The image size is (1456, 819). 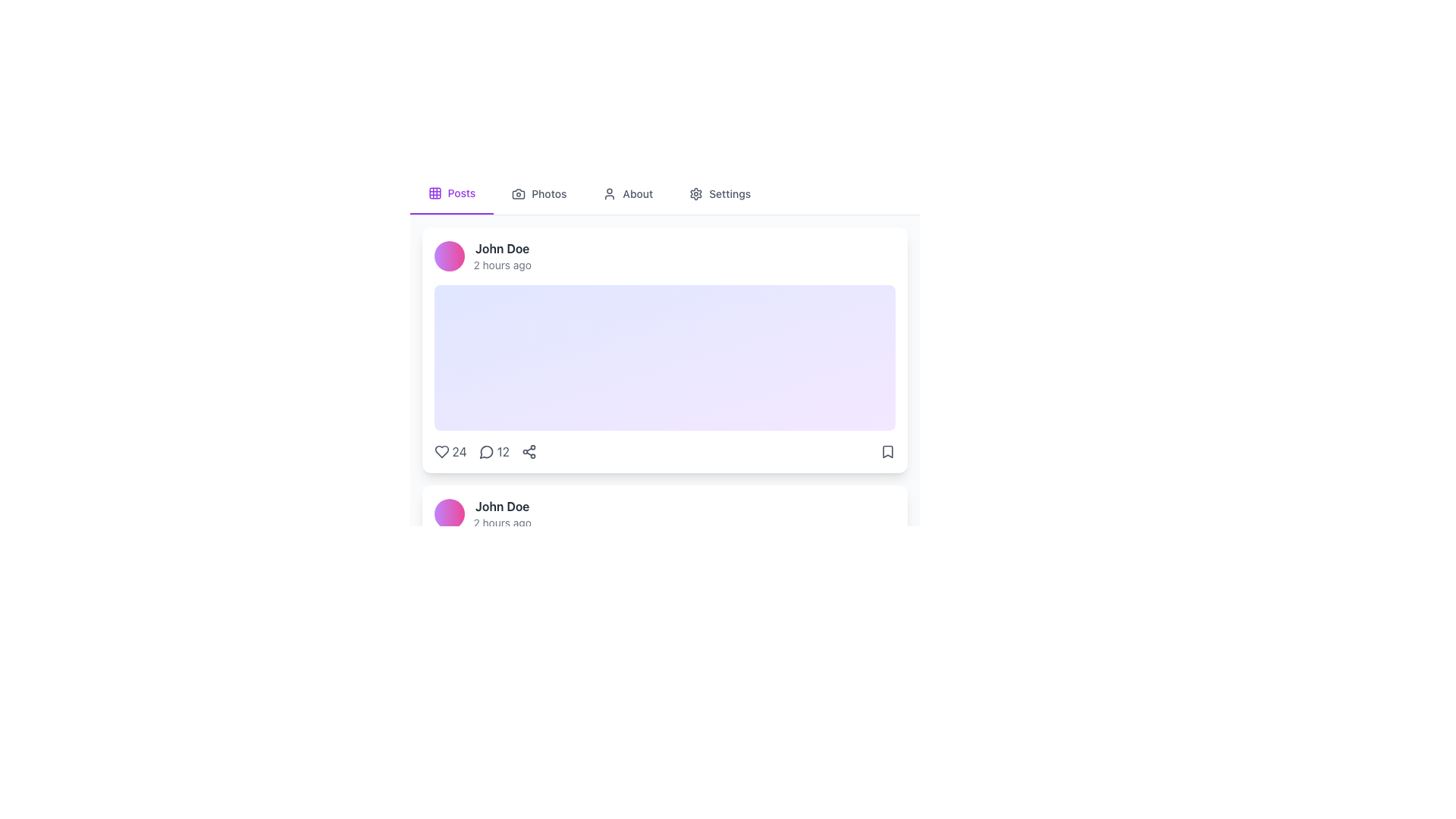 What do you see at coordinates (485, 451) in the screenshot?
I see `the comment count icon located in the middle of the horizontal row at the bottom of the post` at bounding box center [485, 451].